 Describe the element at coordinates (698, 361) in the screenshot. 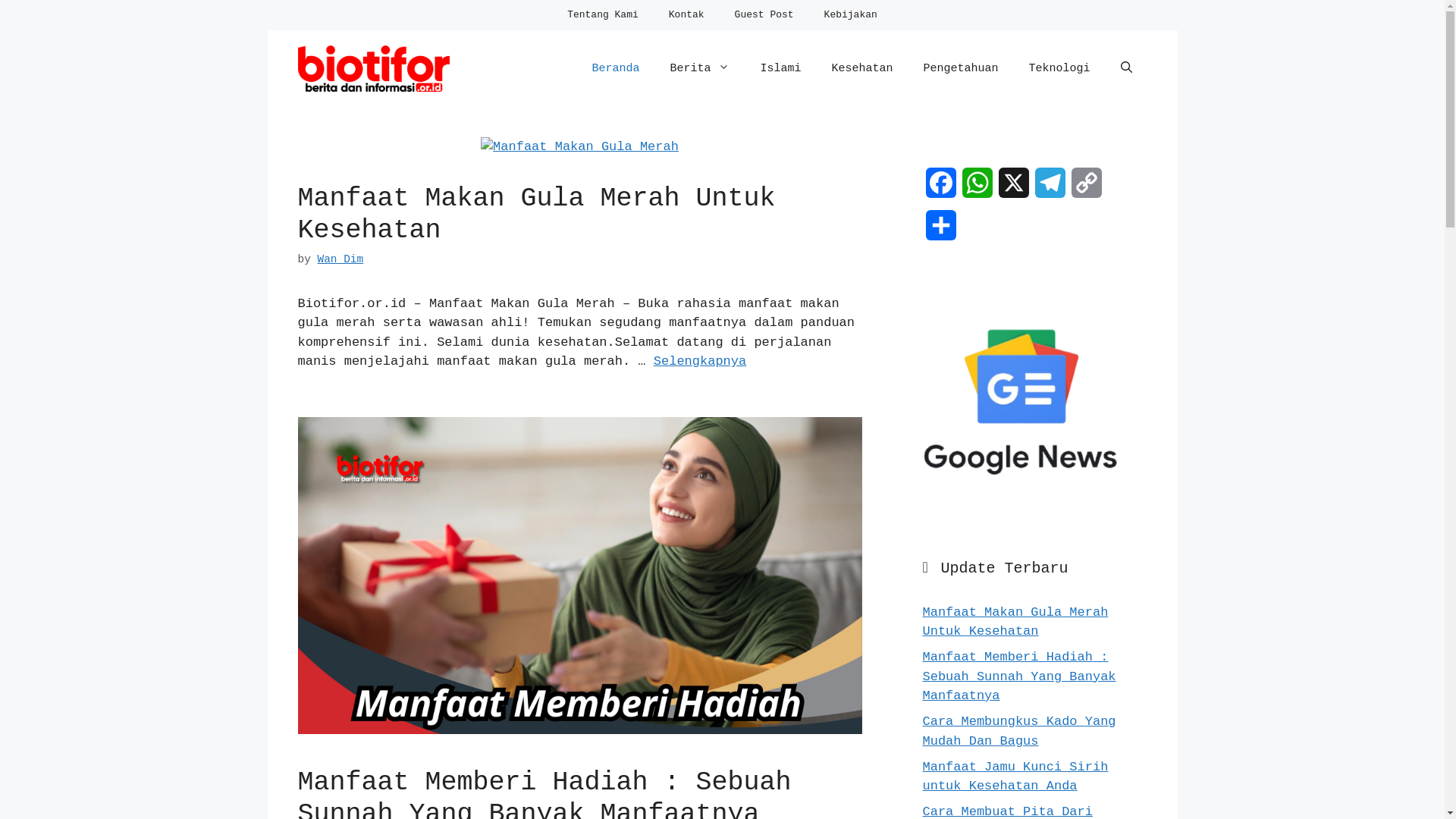

I see `'Selengkapnya'` at that location.